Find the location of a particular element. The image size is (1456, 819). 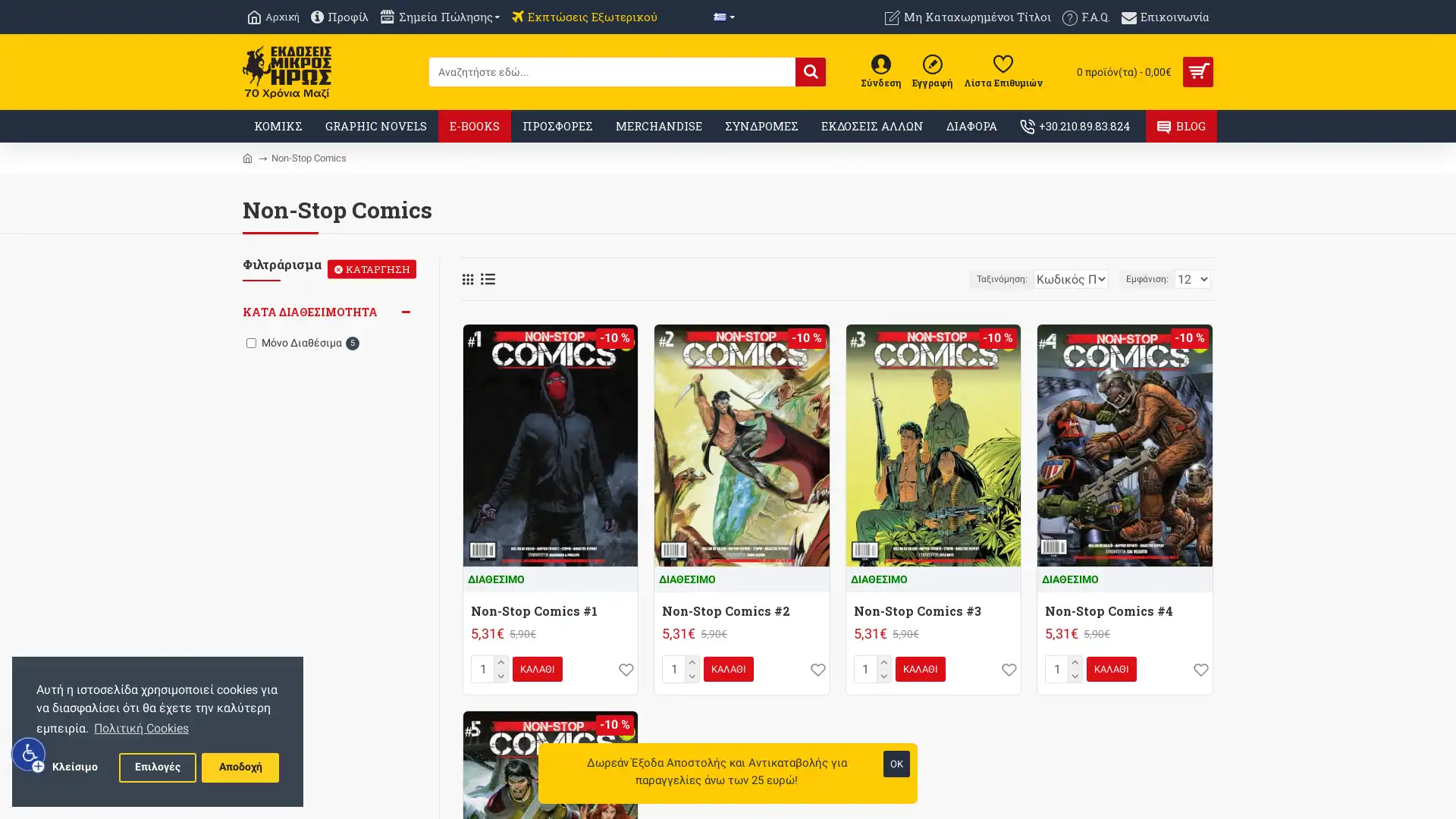

settings cookies is located at coordinates (157, 767).